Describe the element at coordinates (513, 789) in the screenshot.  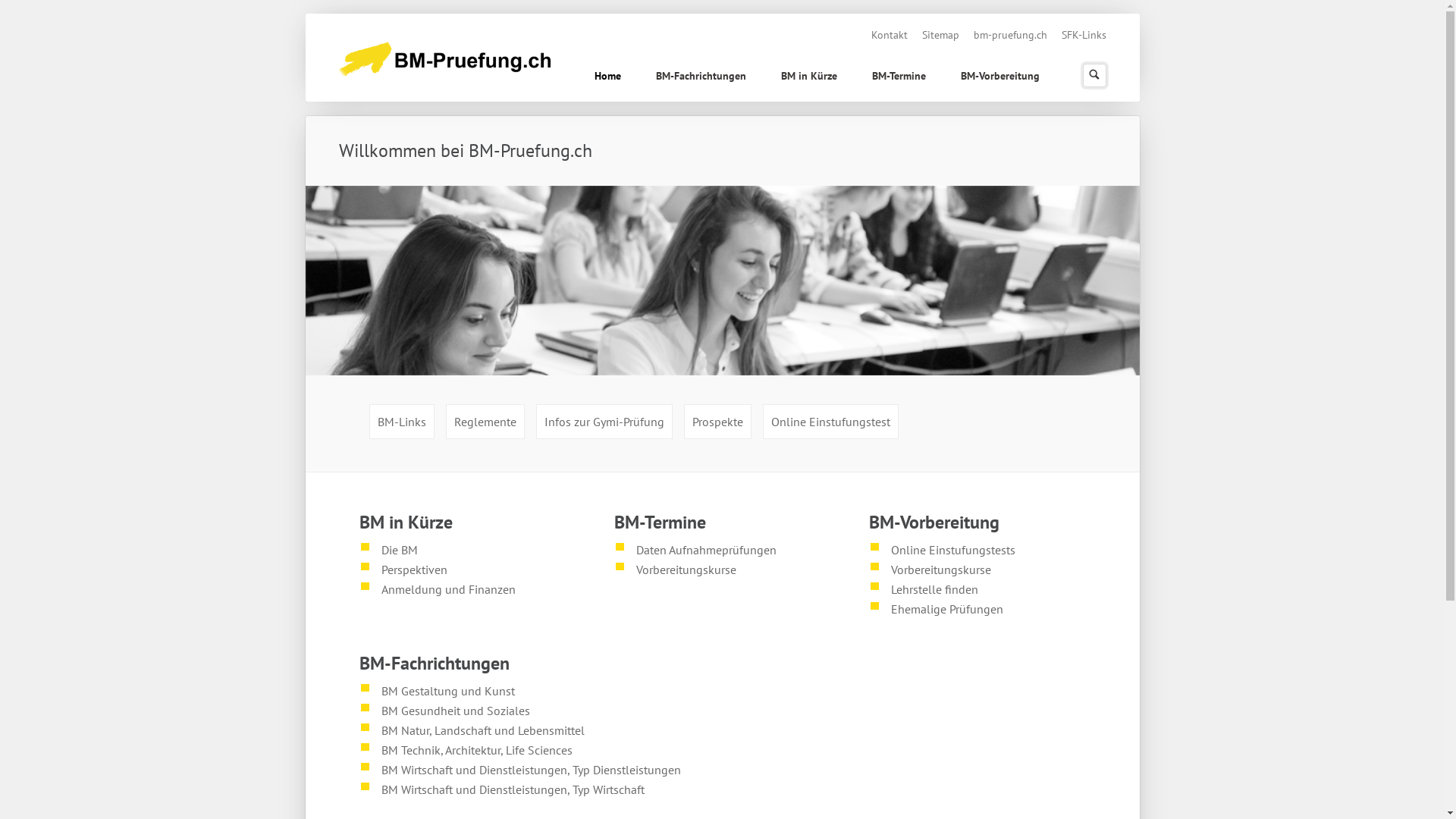
I see `'BM Wirtschaft und Dienstleistungen, Typ Wirtschaft'` at that location.